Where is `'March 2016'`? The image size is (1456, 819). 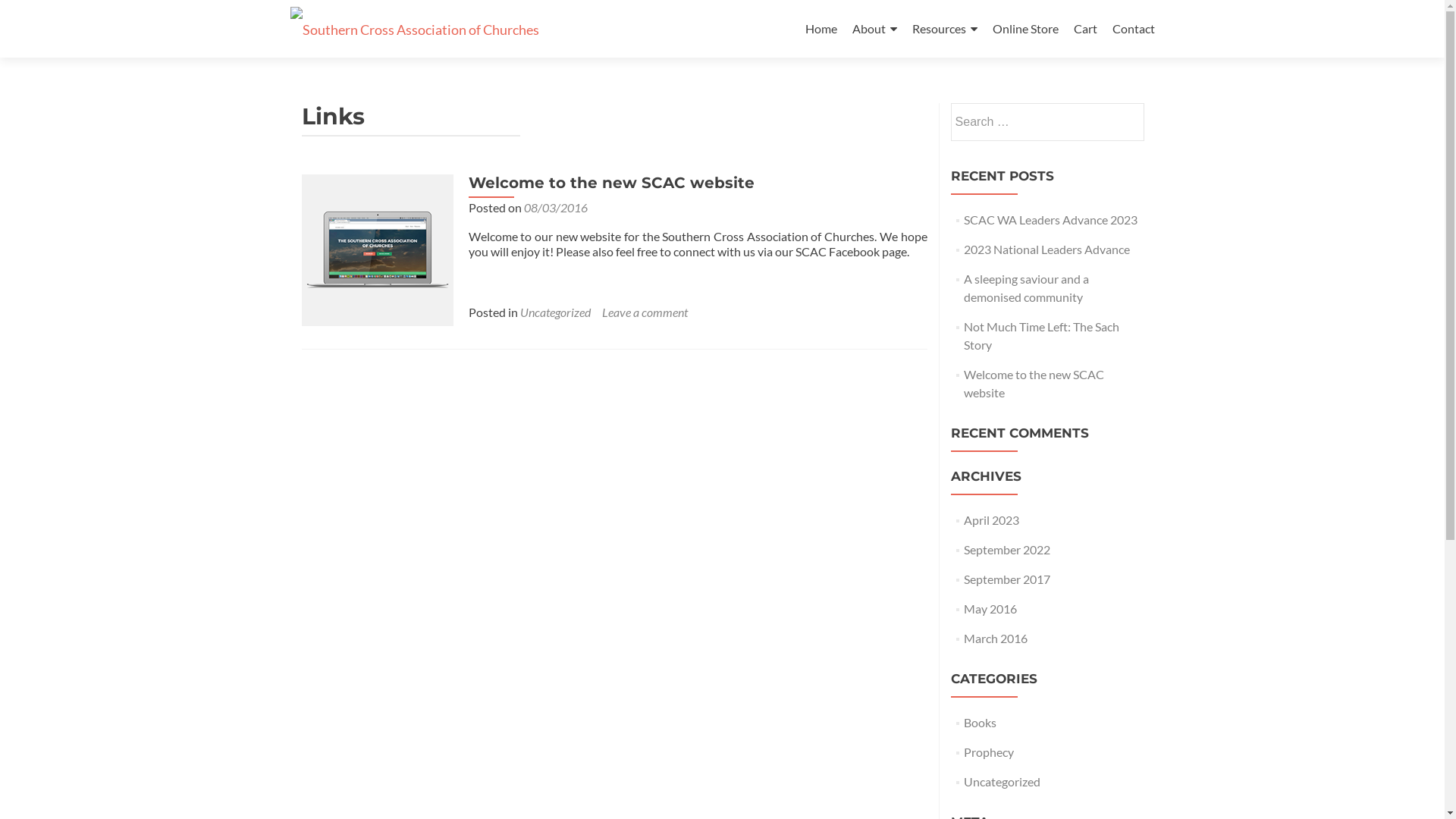 'March 2016' is located at coordinates (996, 638).